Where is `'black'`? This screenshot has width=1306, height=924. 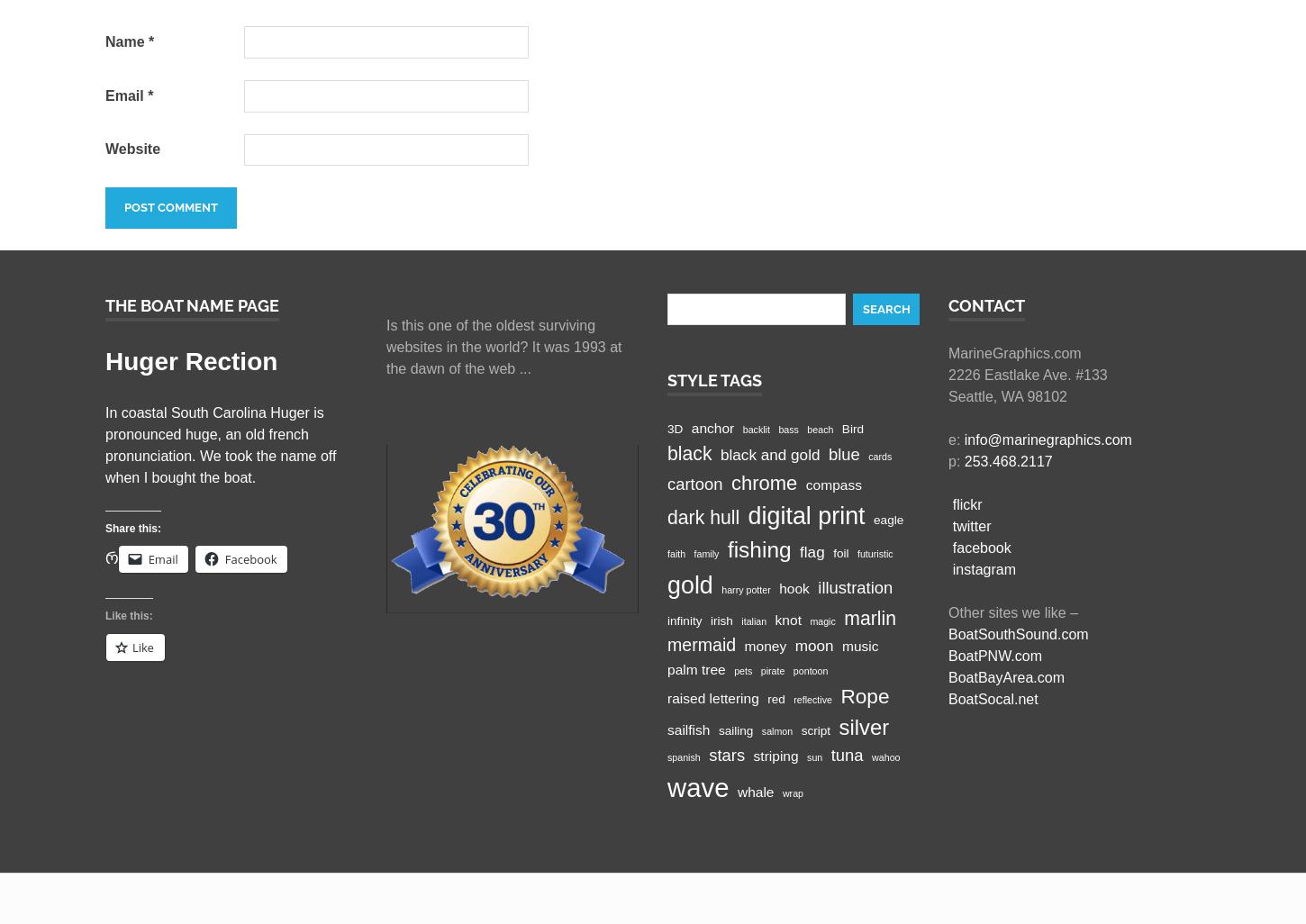
'black' is located at coordinates (689, 452).